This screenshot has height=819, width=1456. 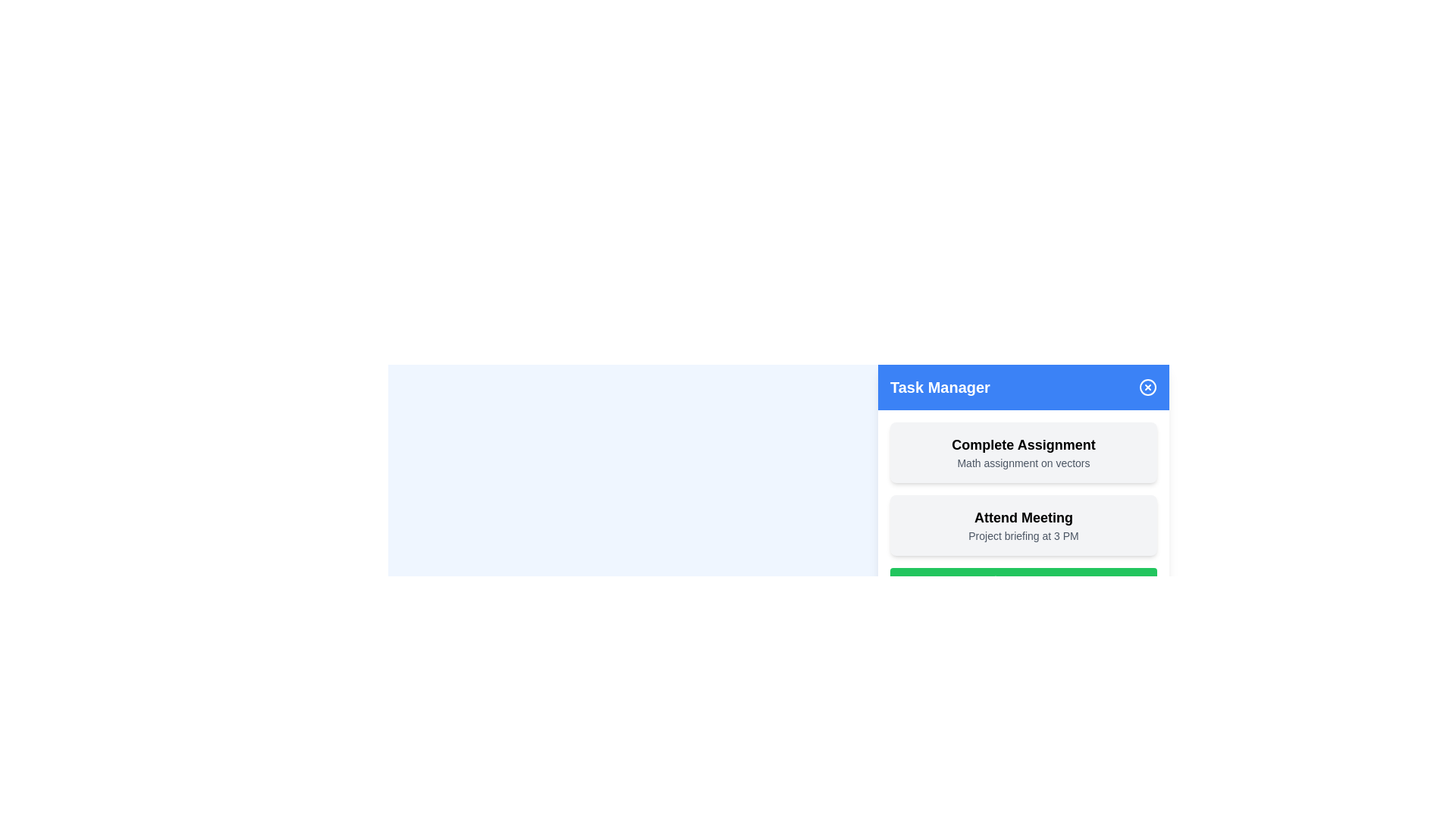 I want to click on the Text Label that serves as the title or label of a task, positioned at the top of its task card with a light gray background, so click(x=1023, y=444).